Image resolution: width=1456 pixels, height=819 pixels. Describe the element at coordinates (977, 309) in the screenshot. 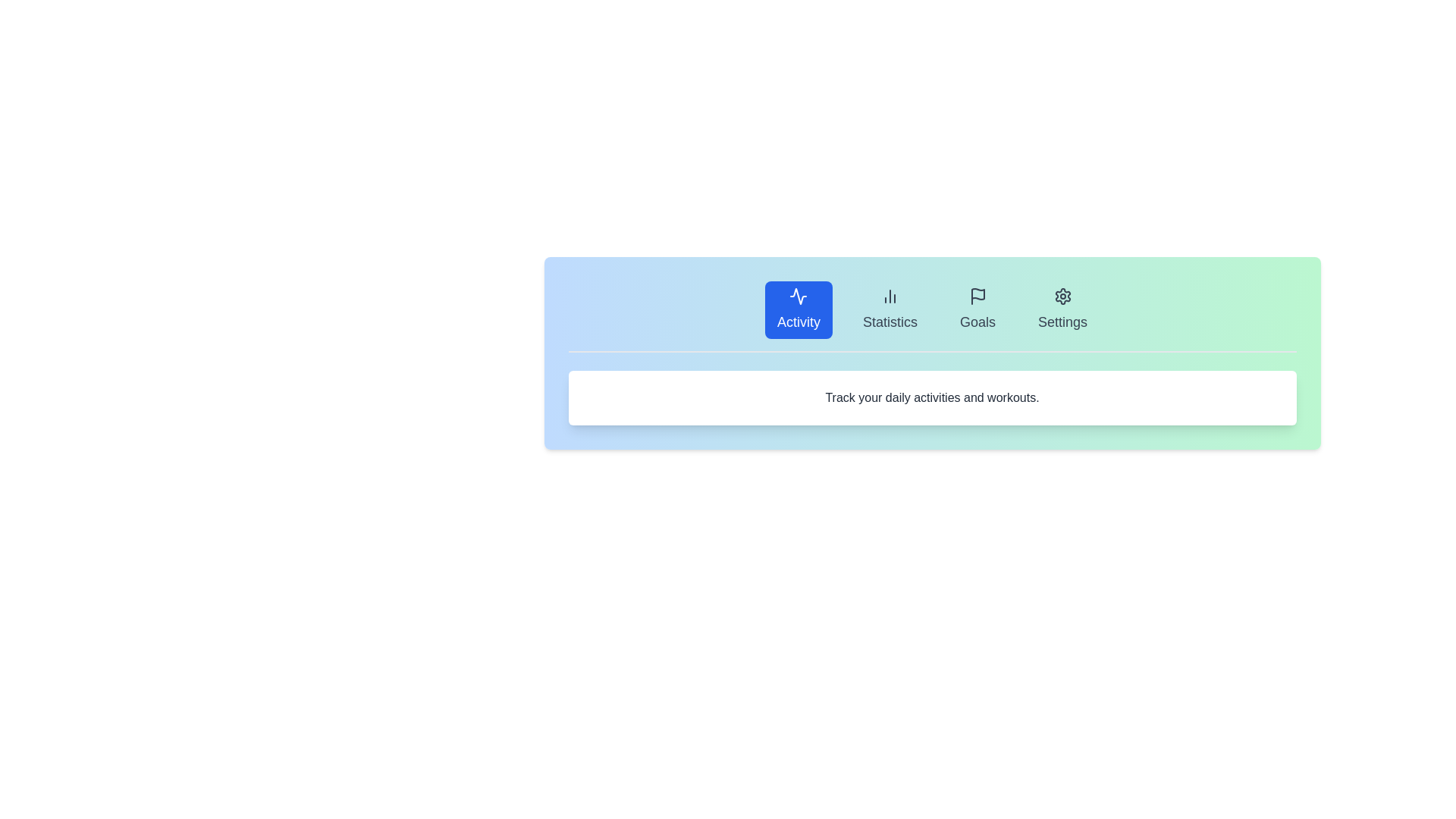

I see `the Goals tab by clicking on it` at that location.